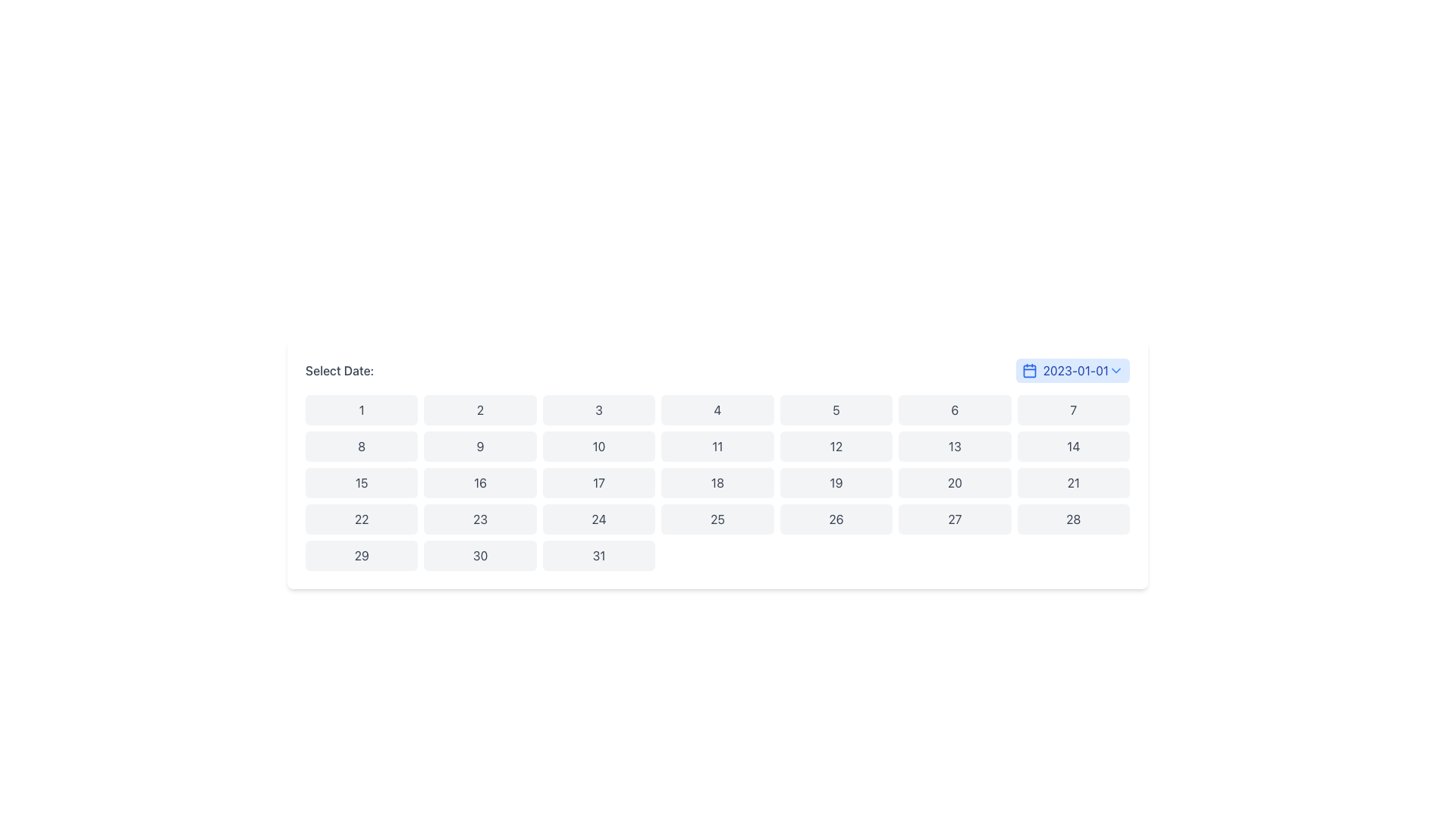  I want to click on the button displaying the number '29', so click(361, 555).